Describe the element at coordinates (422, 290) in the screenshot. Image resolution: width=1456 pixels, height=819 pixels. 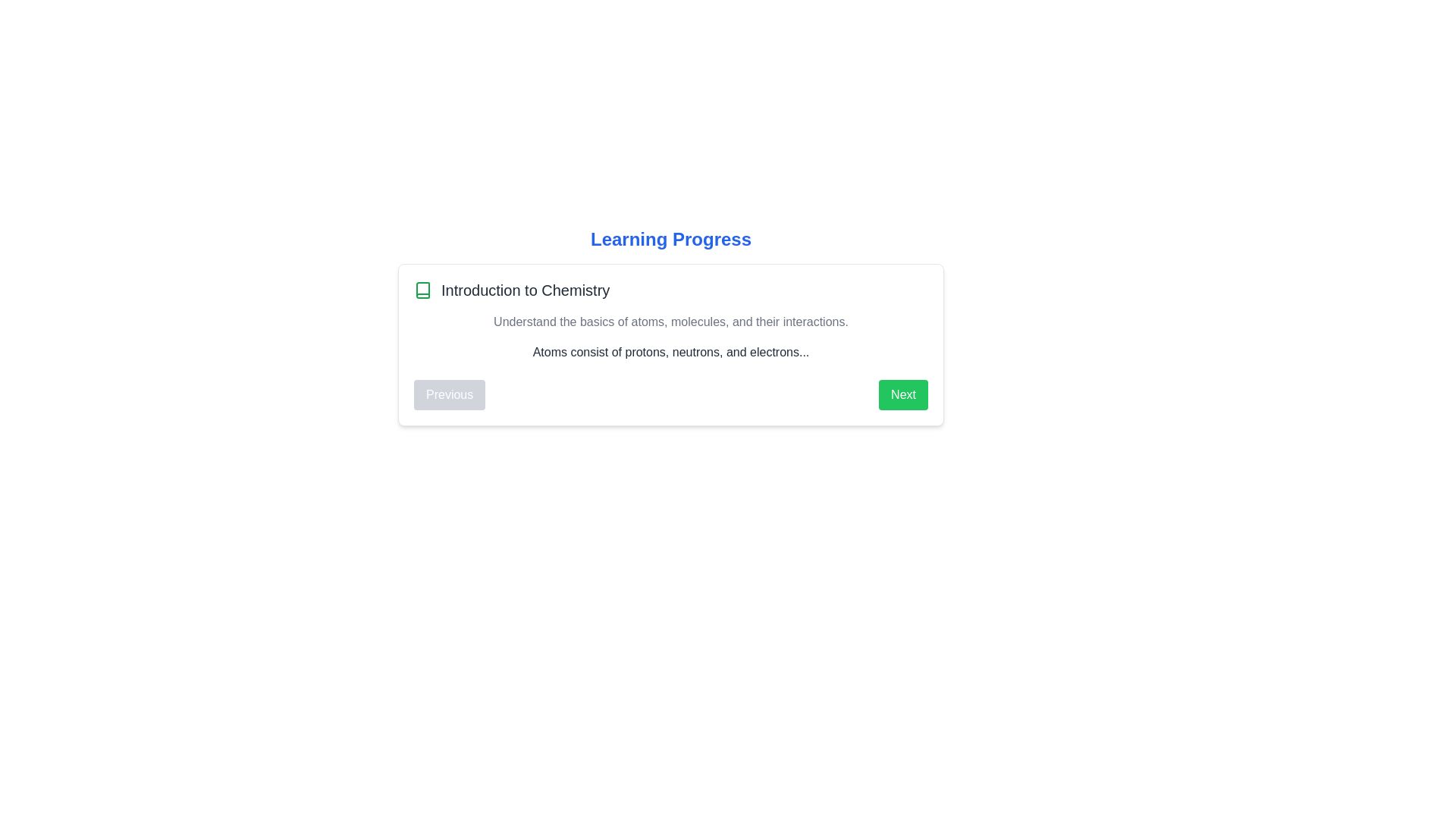
I see `the green book icon, which is a line-drawn SVG illustration located to the left of the title 'Introduction to Chemistry' within the 'Learning Progress' section` at that location.